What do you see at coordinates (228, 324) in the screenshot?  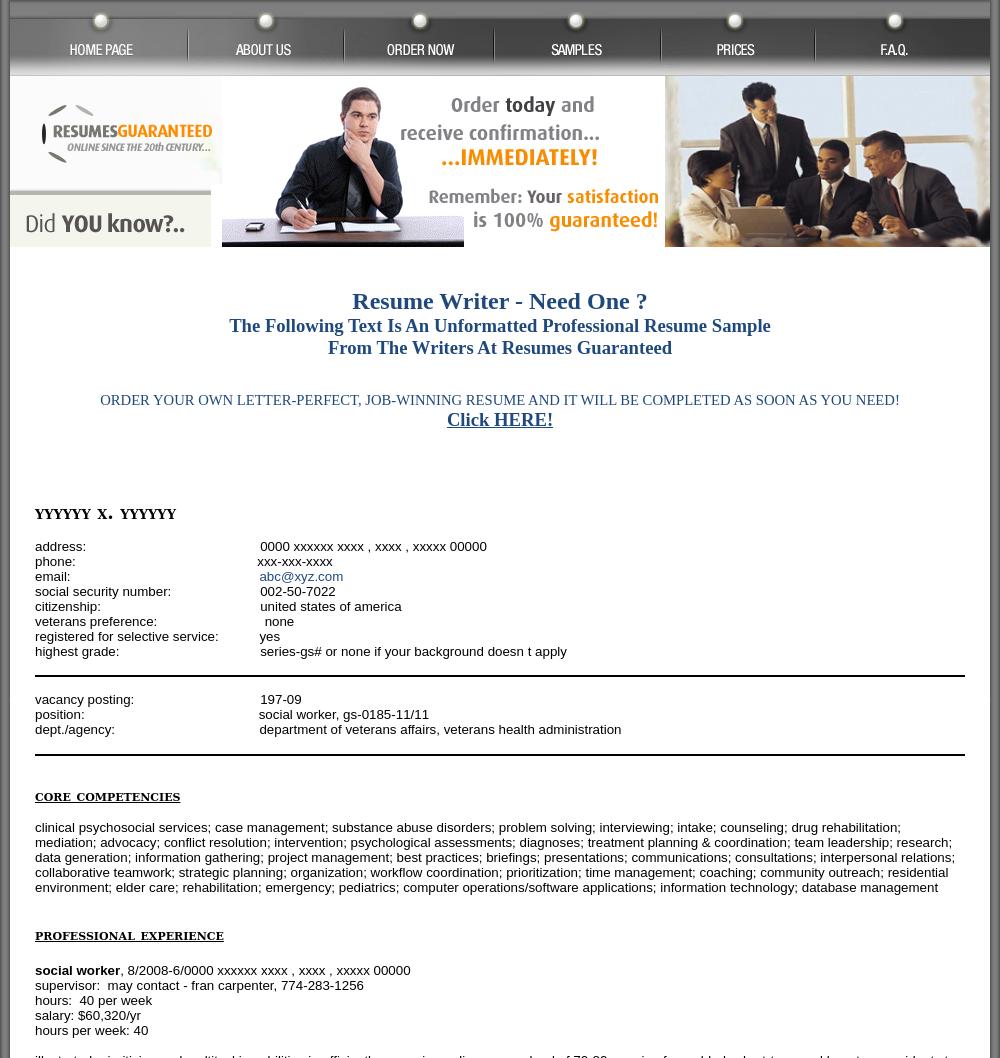 I see `'The Following Text Is An Unformatted Professional Resume Sample'` at bounding box center [228, 324].